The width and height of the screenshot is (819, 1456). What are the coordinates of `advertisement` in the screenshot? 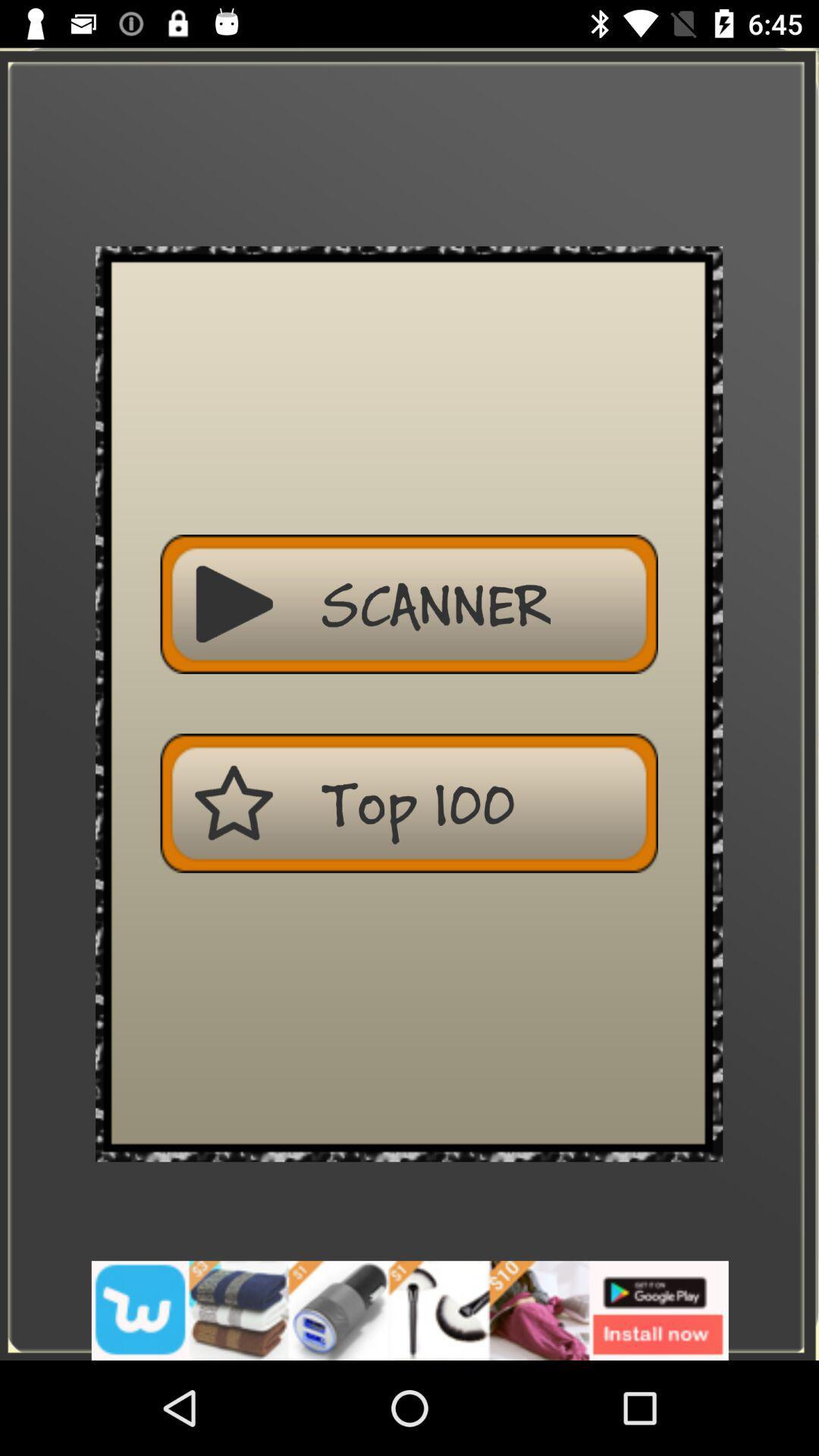 It's located at (409, 1310).